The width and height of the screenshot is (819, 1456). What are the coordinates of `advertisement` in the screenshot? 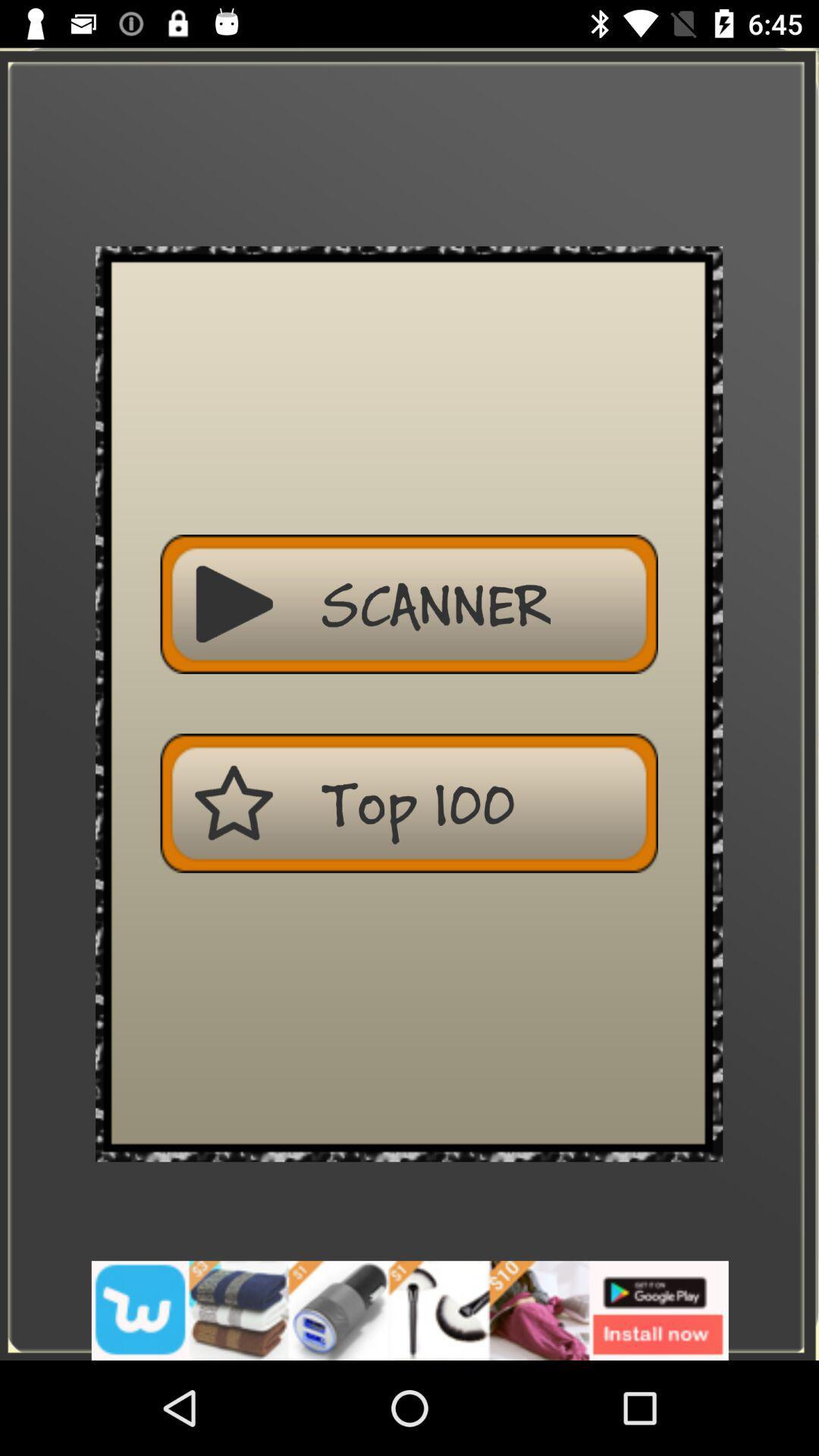 It's located at (409, 1310).